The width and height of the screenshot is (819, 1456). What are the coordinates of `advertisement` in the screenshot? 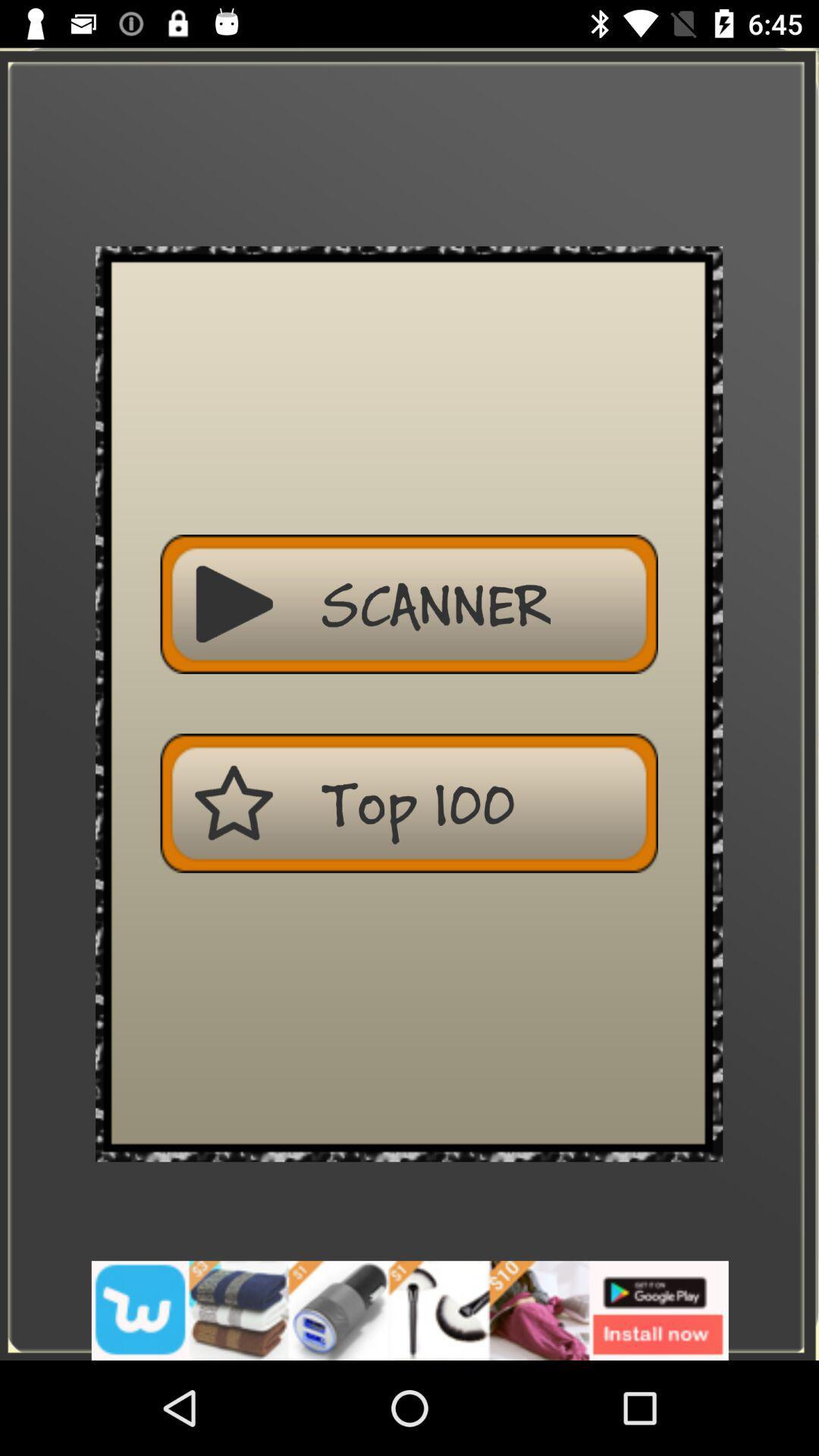 It's located at (409, 1310).